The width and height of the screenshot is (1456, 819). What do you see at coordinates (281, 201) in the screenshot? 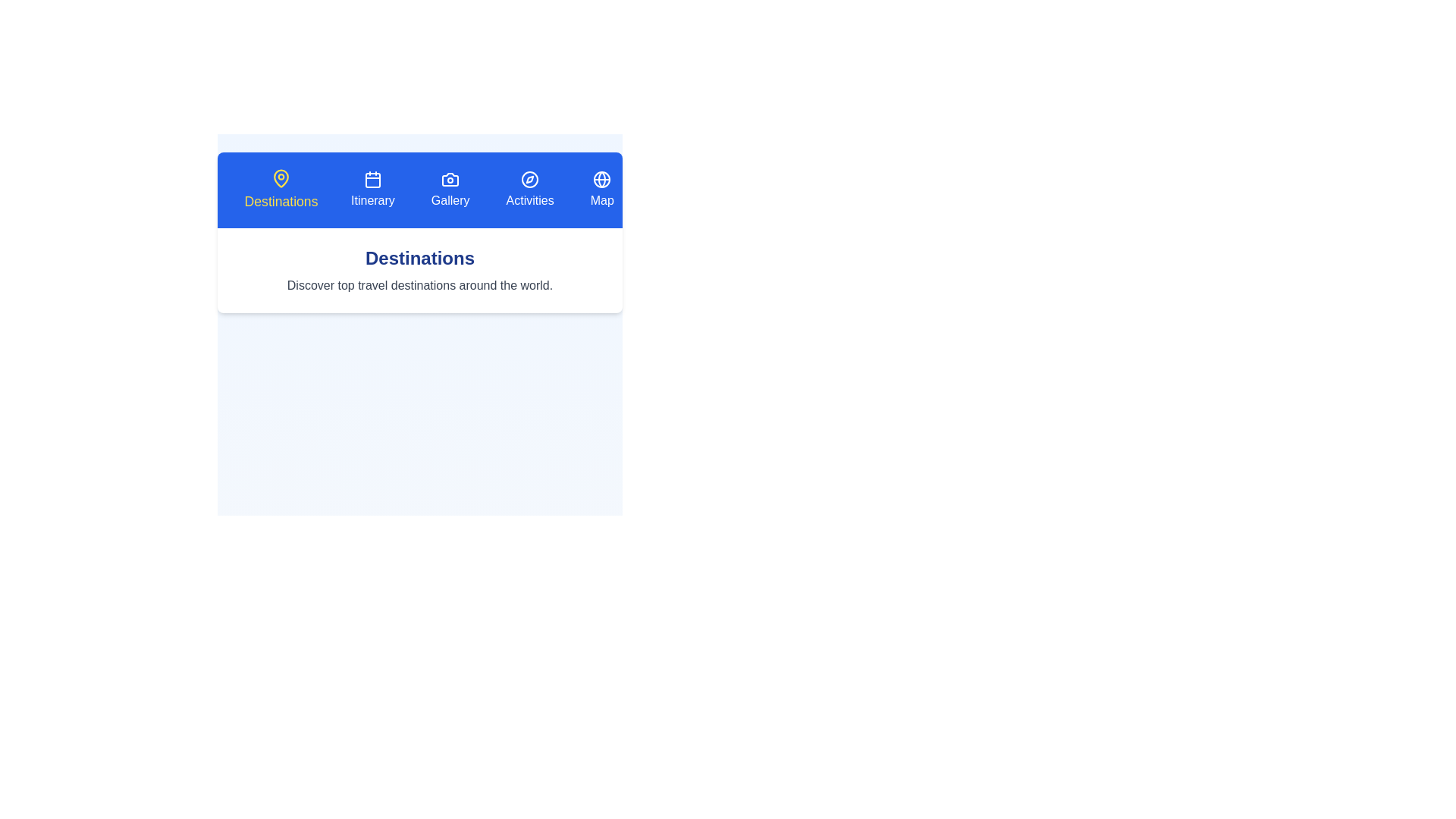
I see `text of the 'Destinations' label, which is styled in yellow on a blue background and located in the leftmost segment of the horizontal navigation bar` at bounding box center [281, 201].